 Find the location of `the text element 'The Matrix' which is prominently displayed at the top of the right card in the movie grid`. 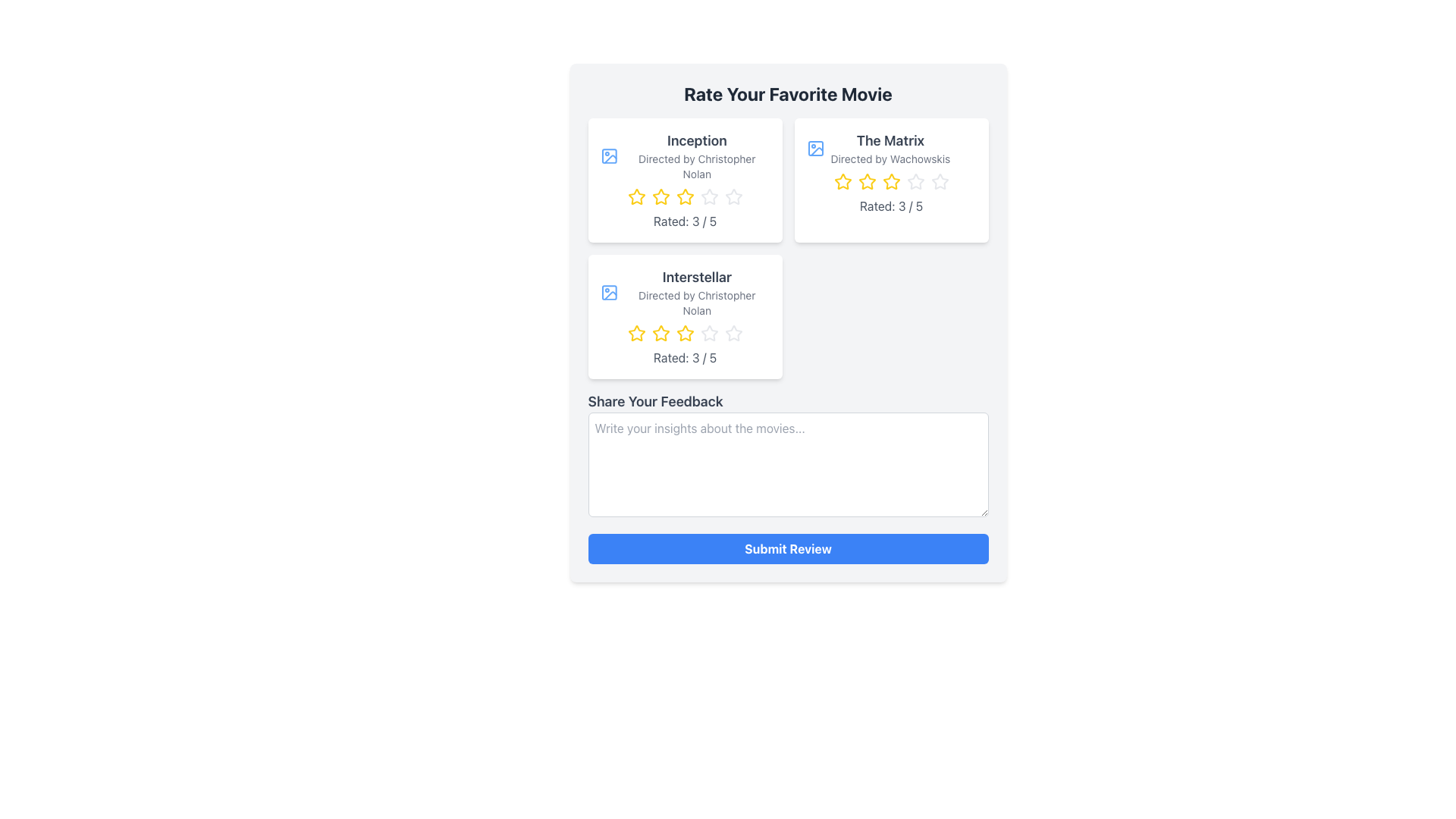

the text element 'The Matrix' which is prominently displayed at the top of the right card in the movie grid is located at coordinates (890, 140).